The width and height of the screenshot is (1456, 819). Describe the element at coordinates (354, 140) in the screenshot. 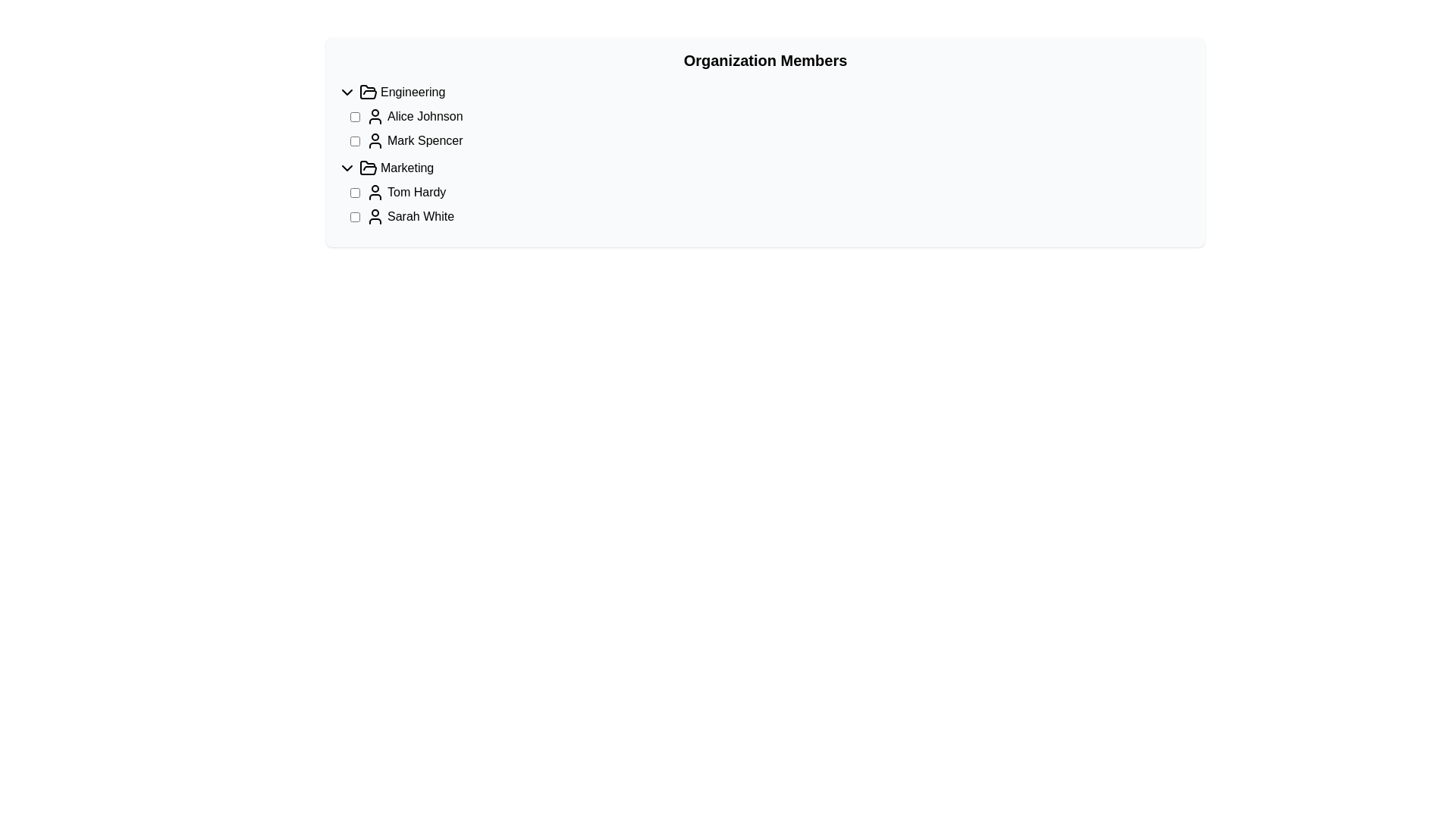

I see `the checkbox corresponding to the member Mark Spencer` at that location.